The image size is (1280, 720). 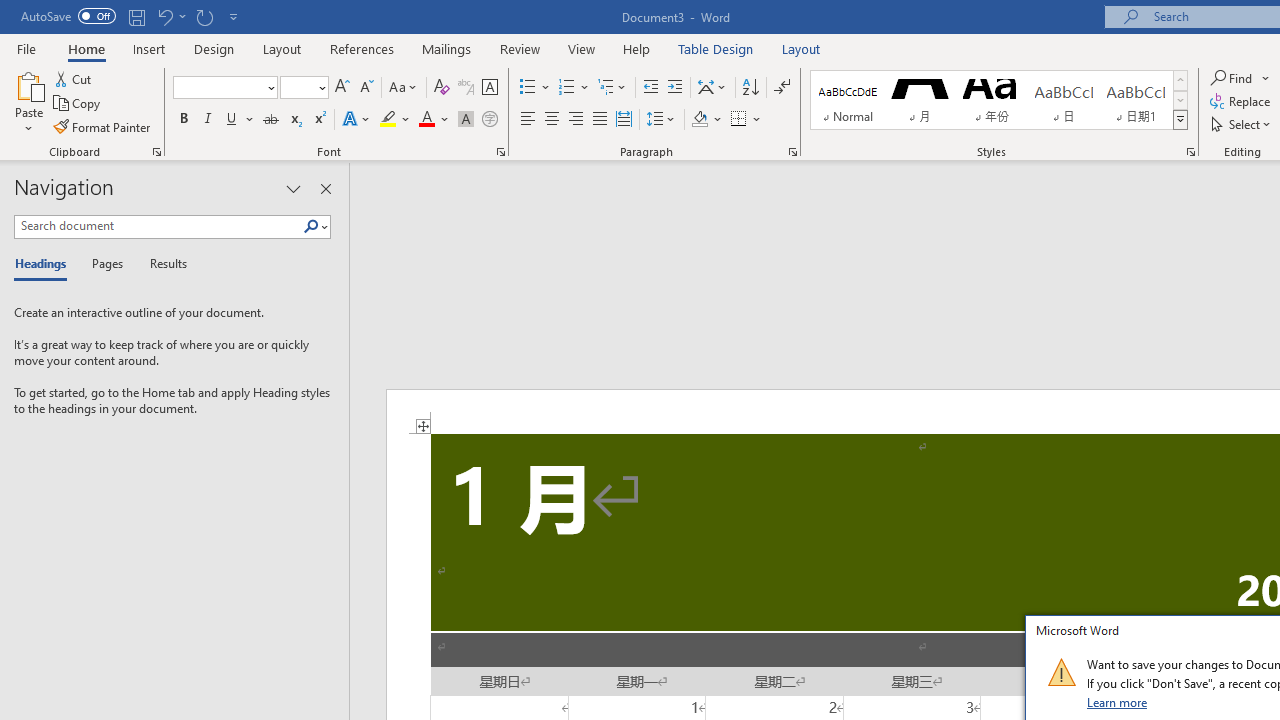 I want to click on 'Text Effects and Typography', so click(x=357, y=119).